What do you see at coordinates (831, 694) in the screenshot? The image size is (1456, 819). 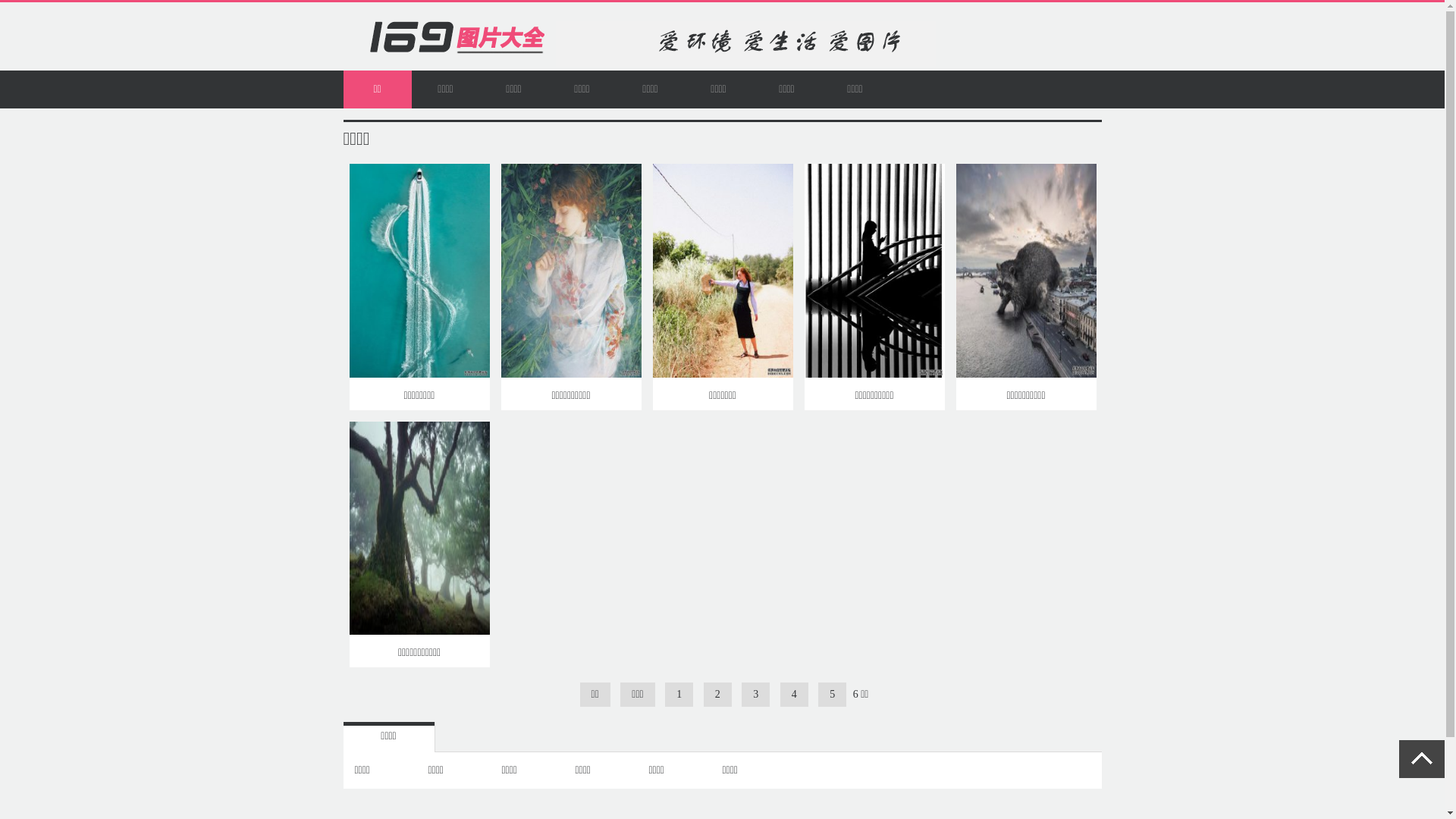 I see `'5'` at bounding box center [831, 694].